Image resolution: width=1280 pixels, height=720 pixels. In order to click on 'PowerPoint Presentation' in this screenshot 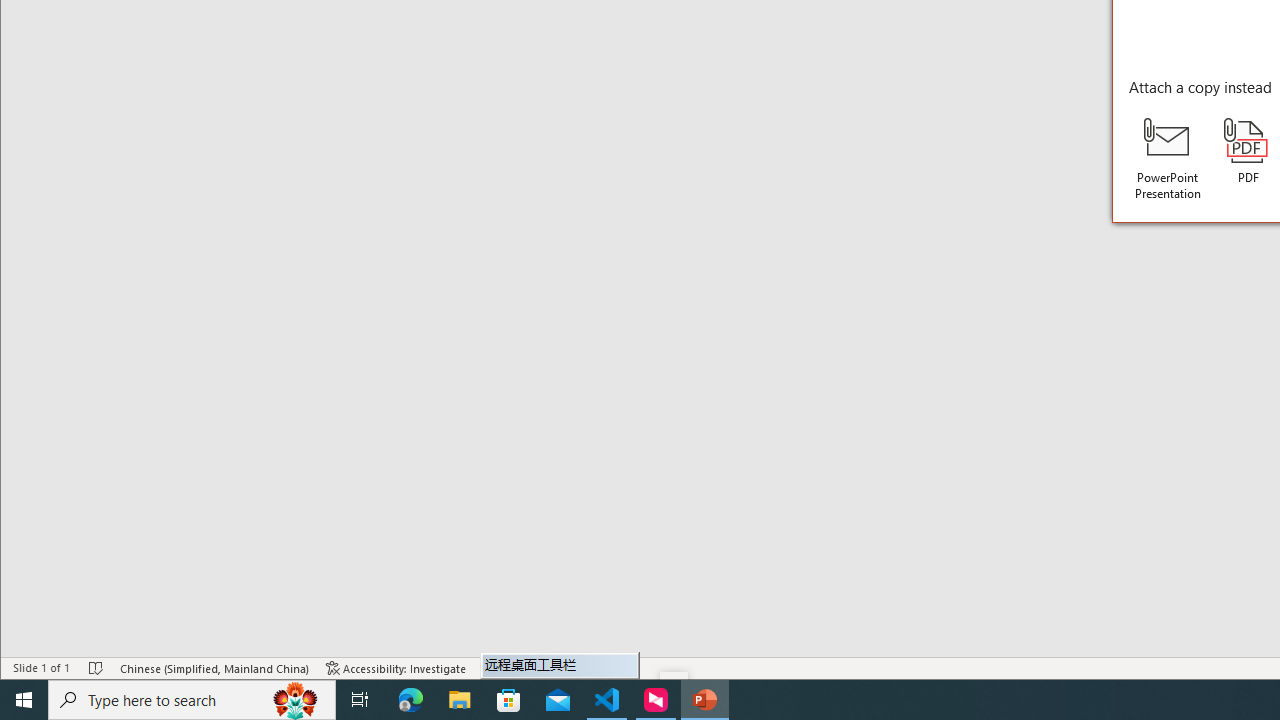, I will do `click(1168, 158)`.